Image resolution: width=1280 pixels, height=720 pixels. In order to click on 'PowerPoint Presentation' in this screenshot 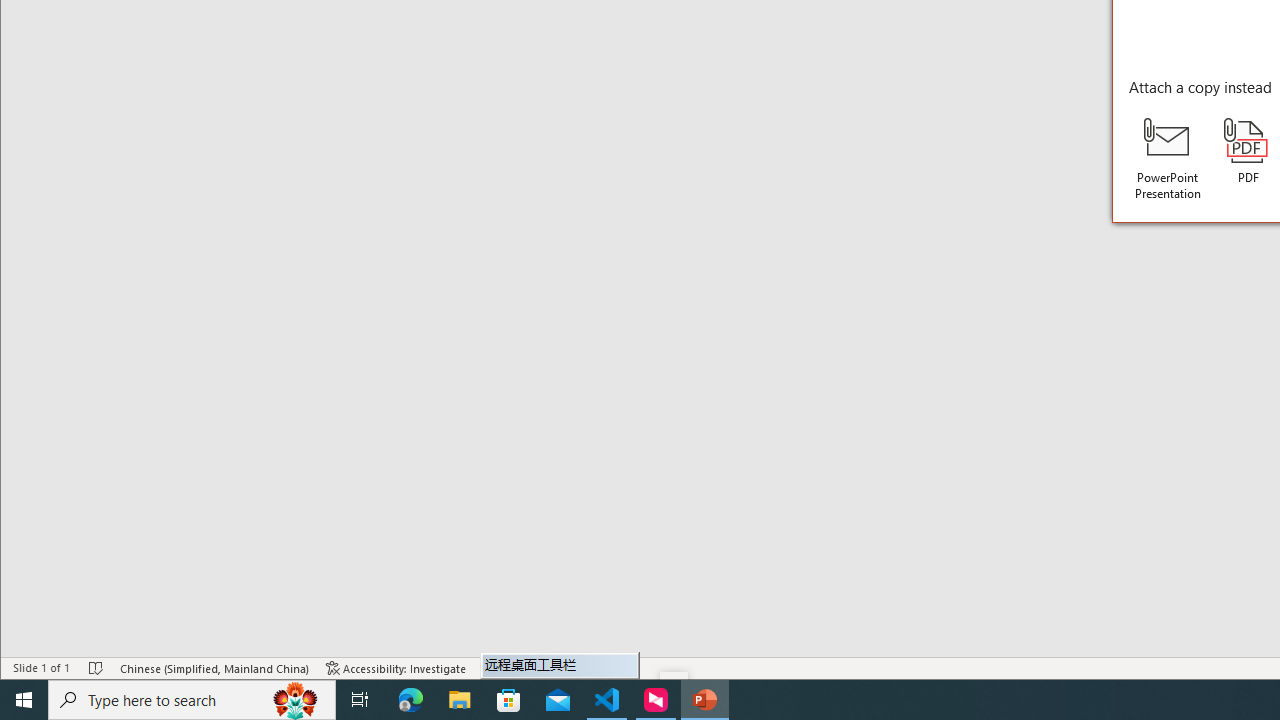, I will do `click(1168, 158)`.